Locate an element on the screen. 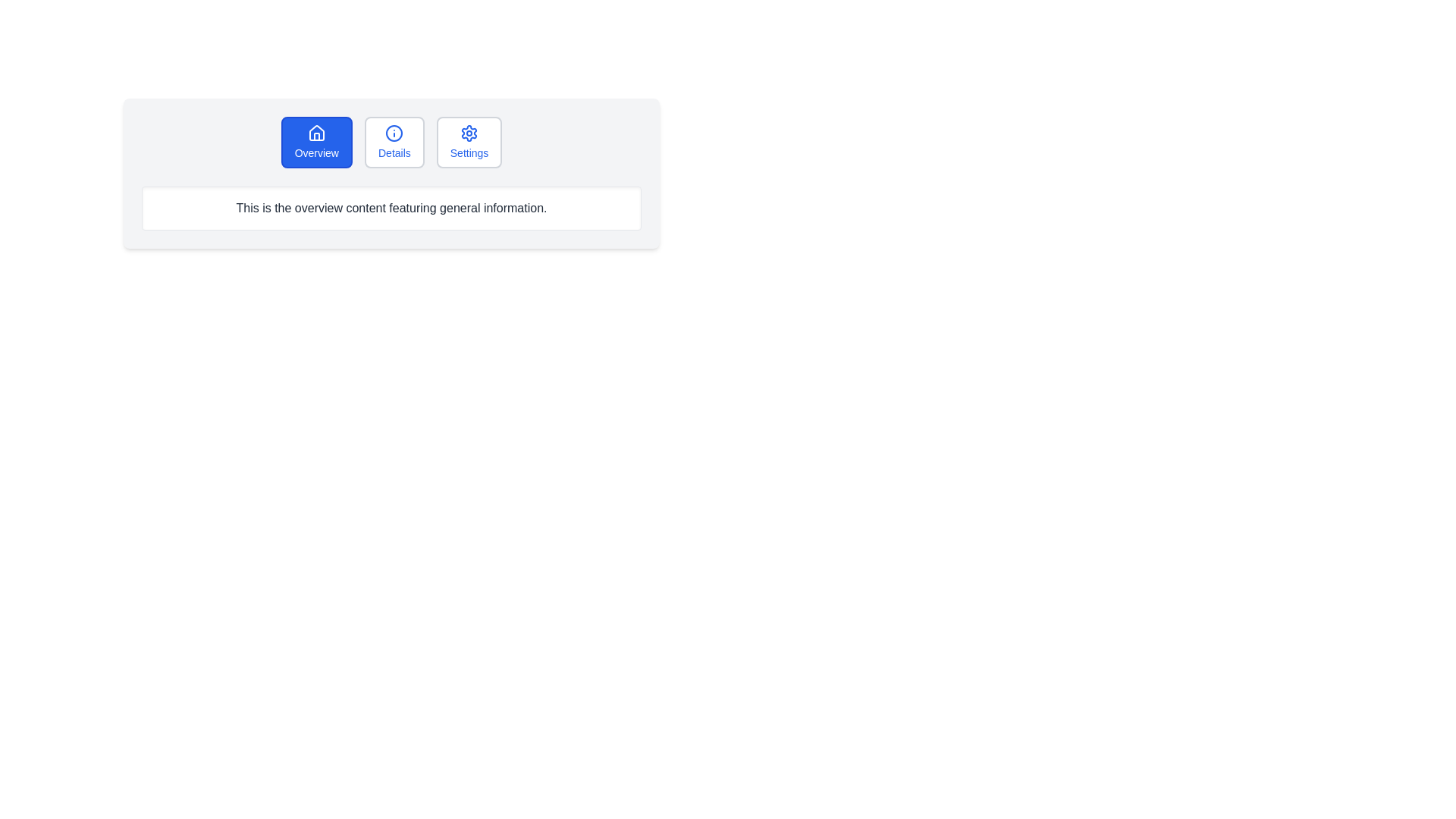 The height and width of the screenshot is (819, 1456). the Details tab is located at coordinates (394, 143).